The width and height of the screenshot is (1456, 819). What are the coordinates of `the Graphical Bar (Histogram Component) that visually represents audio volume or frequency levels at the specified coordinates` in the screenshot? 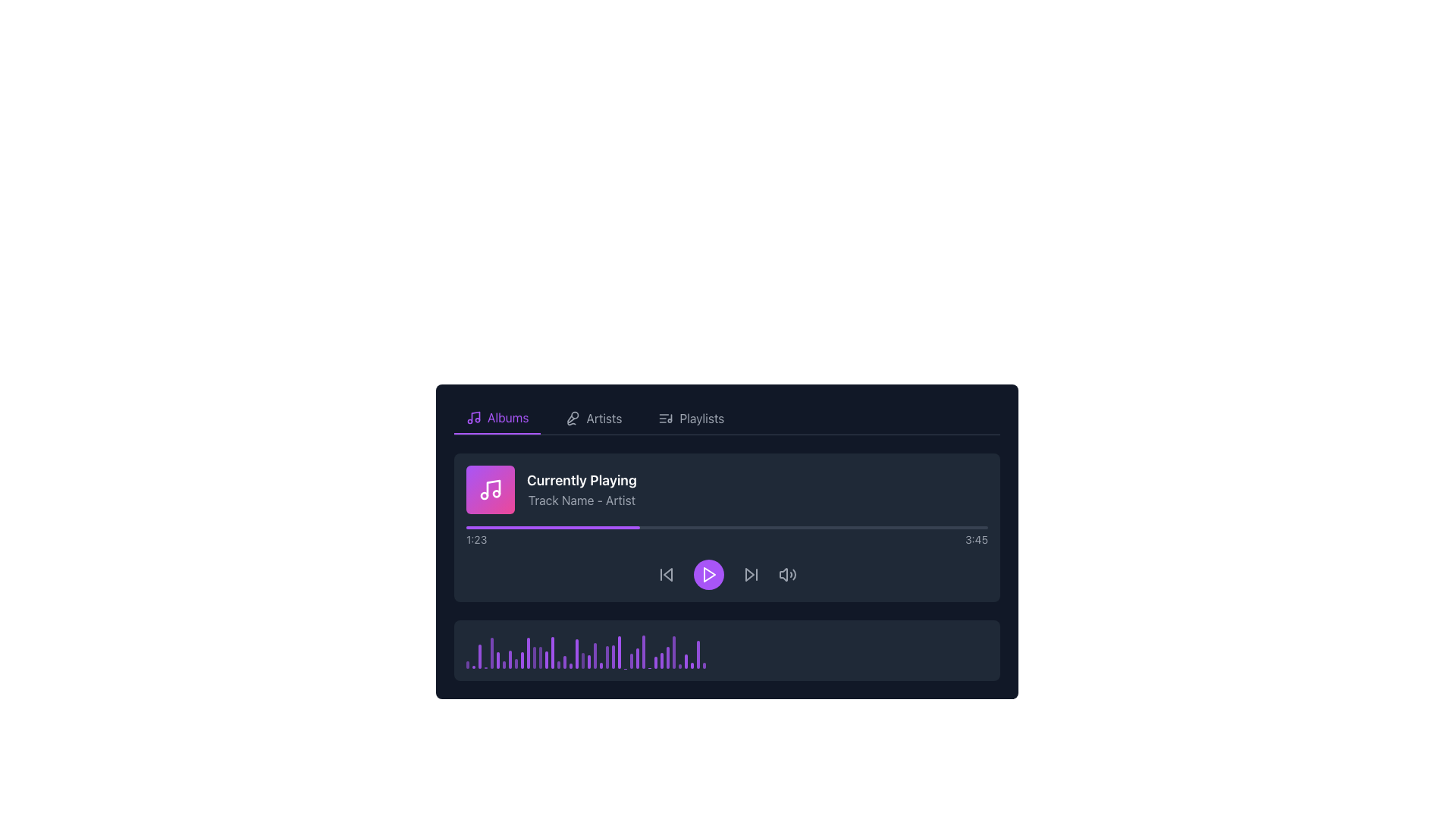 It's located at (491, 651).